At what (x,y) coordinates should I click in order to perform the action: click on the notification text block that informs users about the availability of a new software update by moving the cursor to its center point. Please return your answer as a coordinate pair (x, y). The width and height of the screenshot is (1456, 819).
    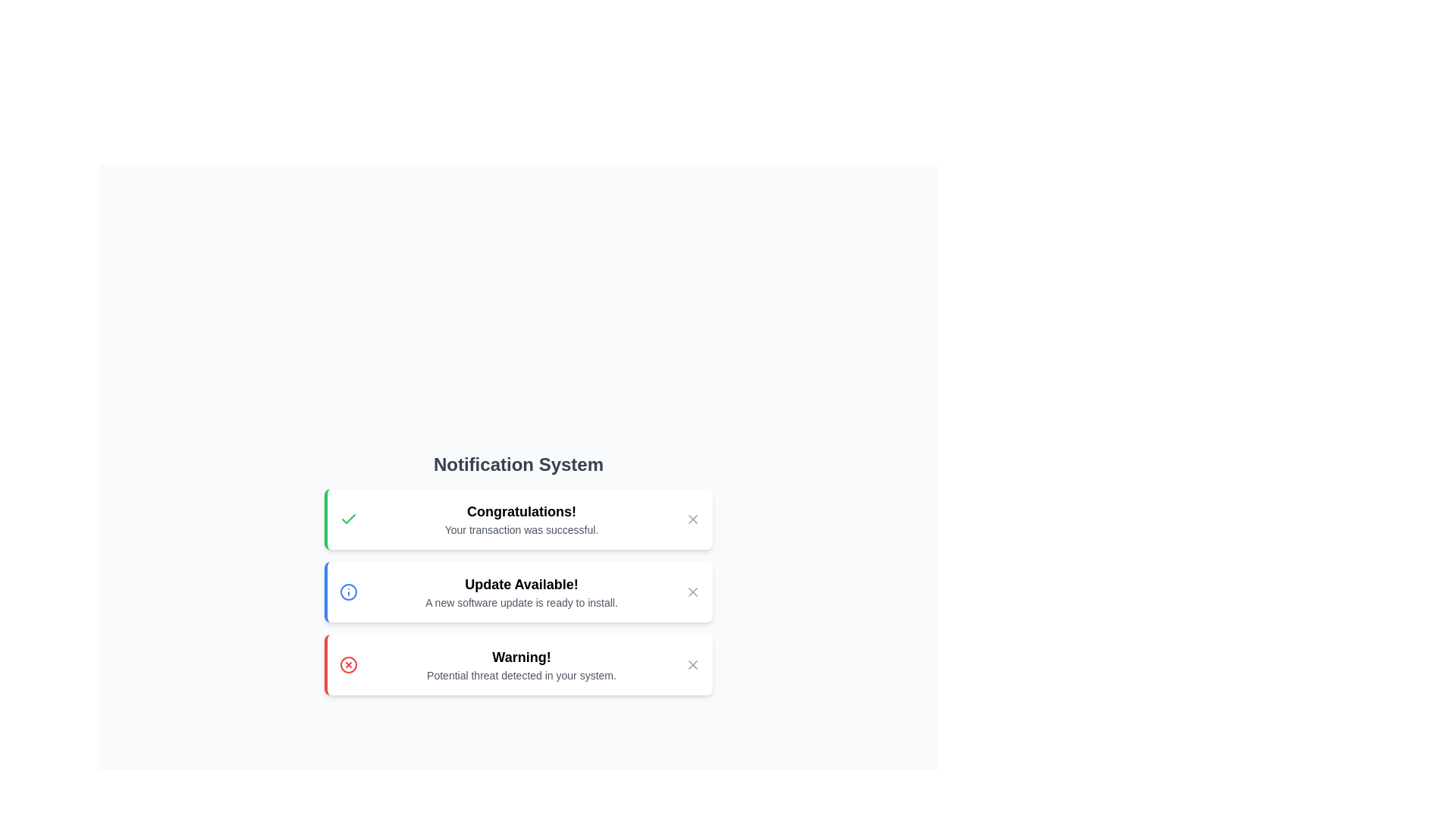
    Looking at the image, I should click on (521, 591).